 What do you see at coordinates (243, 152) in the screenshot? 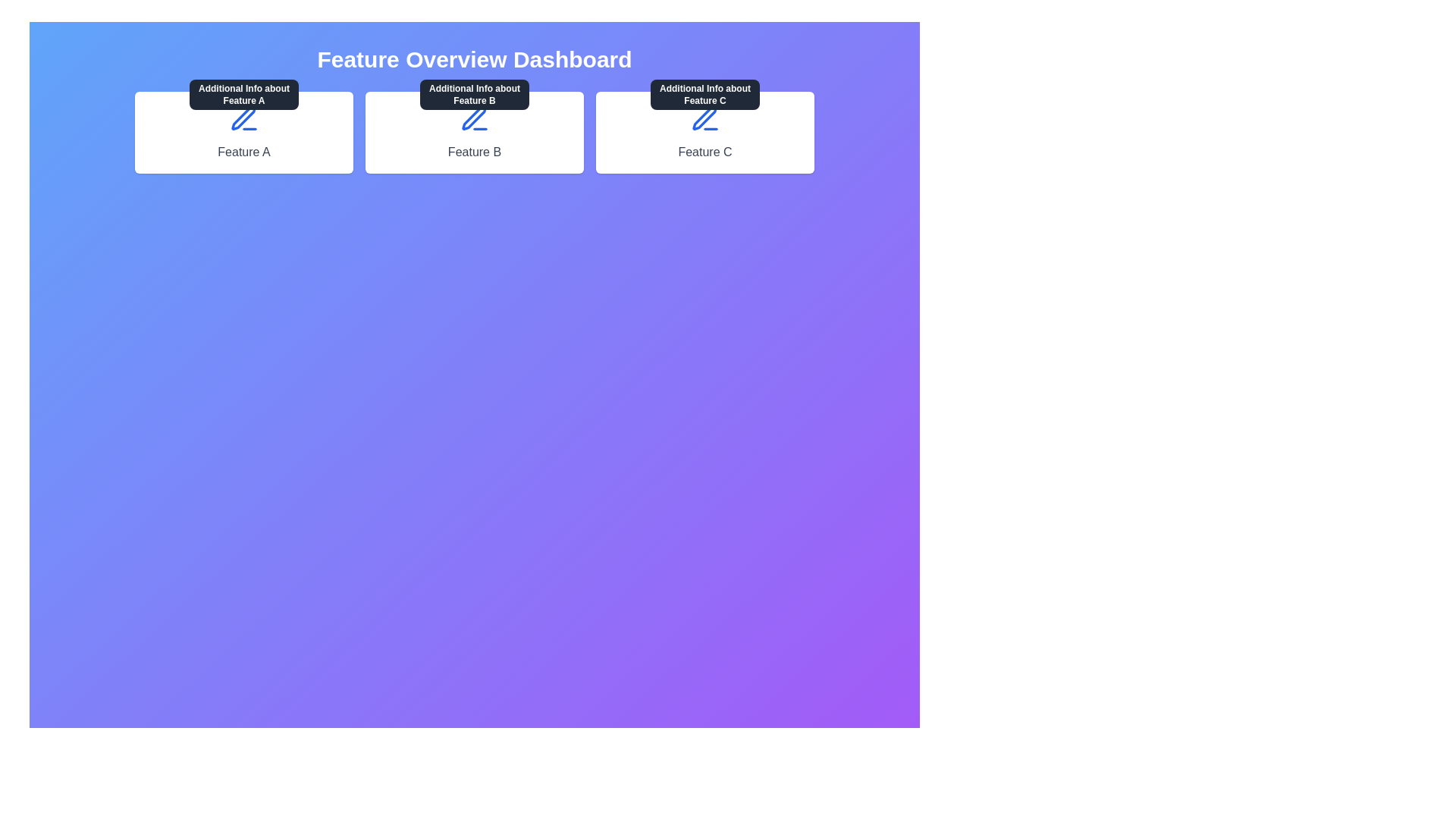
I see `the label with centered gray text located at the bottom-center of the first card, which contains additional info about Feature A` at bounding box center [243, 152].